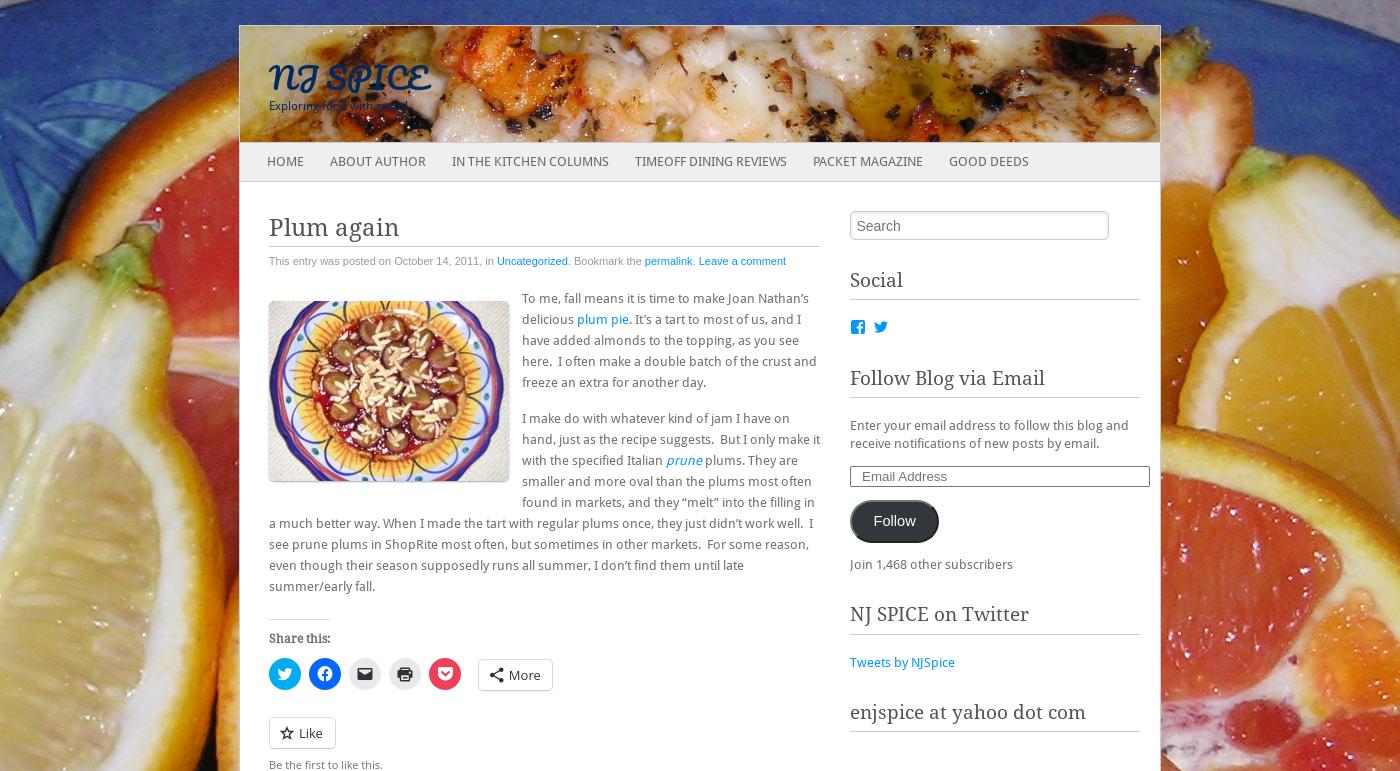  I want to click on 'Enter your email address to follow this blog and receive notifications of new posts by email.', so click(849, 433).